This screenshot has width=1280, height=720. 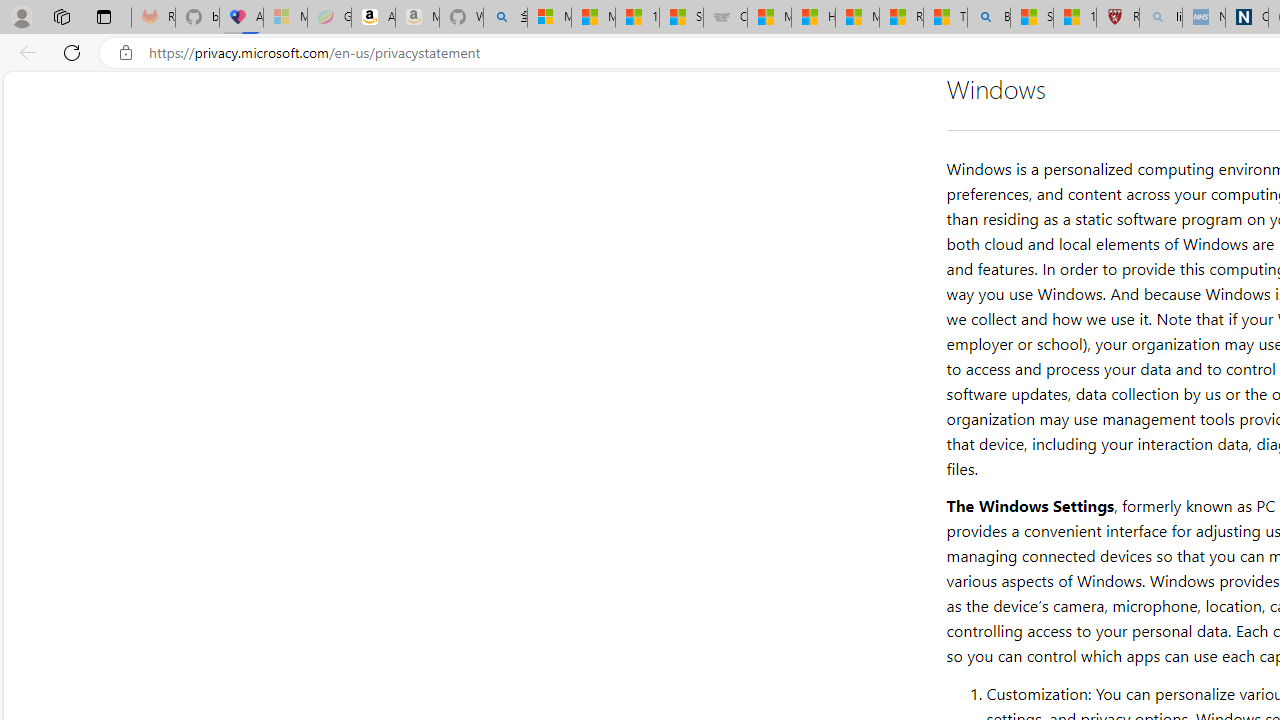 What do you see at coordinates (988, 17) in the screenshot?
I see `'Bing'` at bounding box center [988, 17].